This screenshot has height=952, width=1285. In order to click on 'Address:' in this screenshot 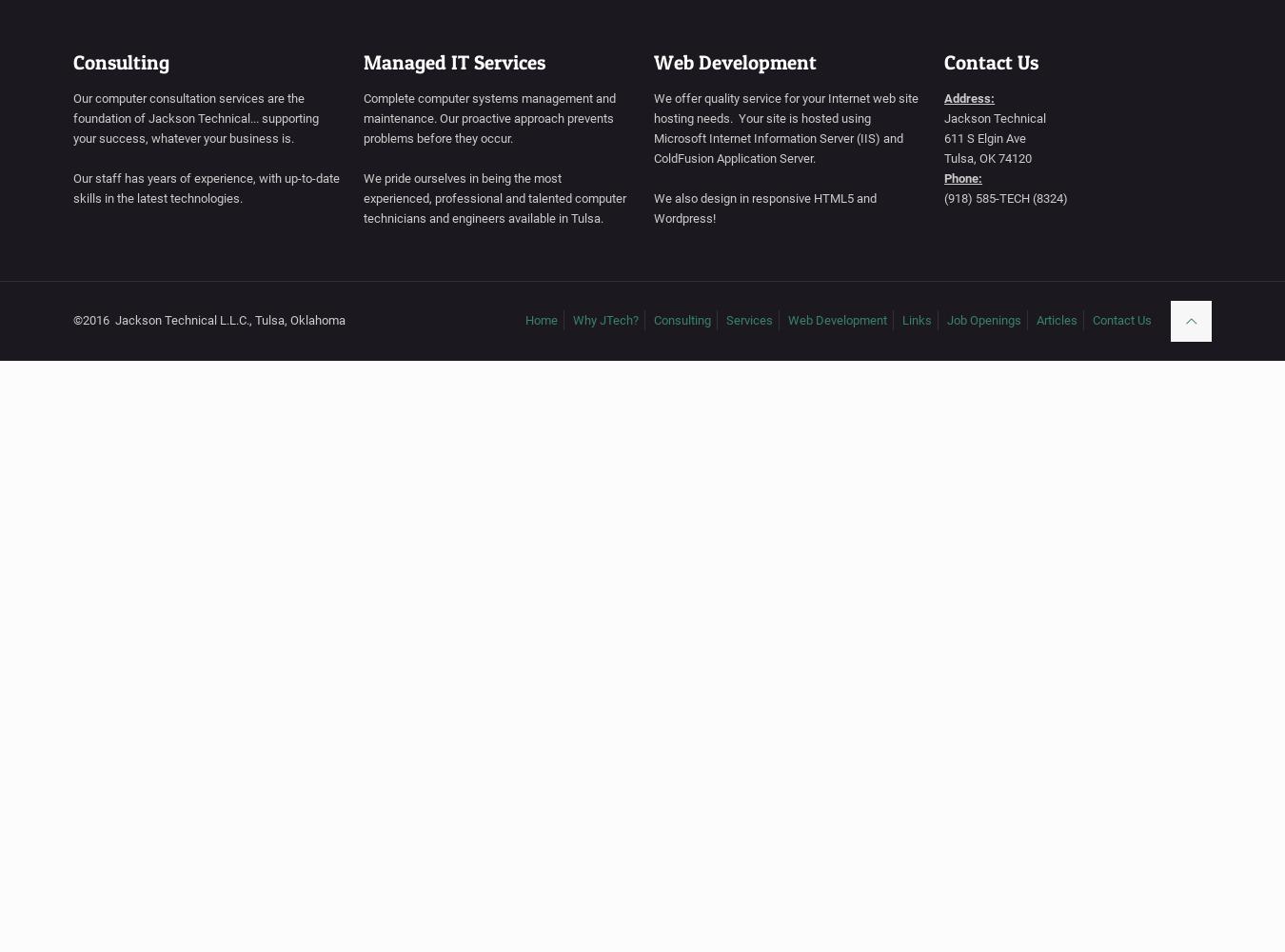, I will do `click(969, 97)`.